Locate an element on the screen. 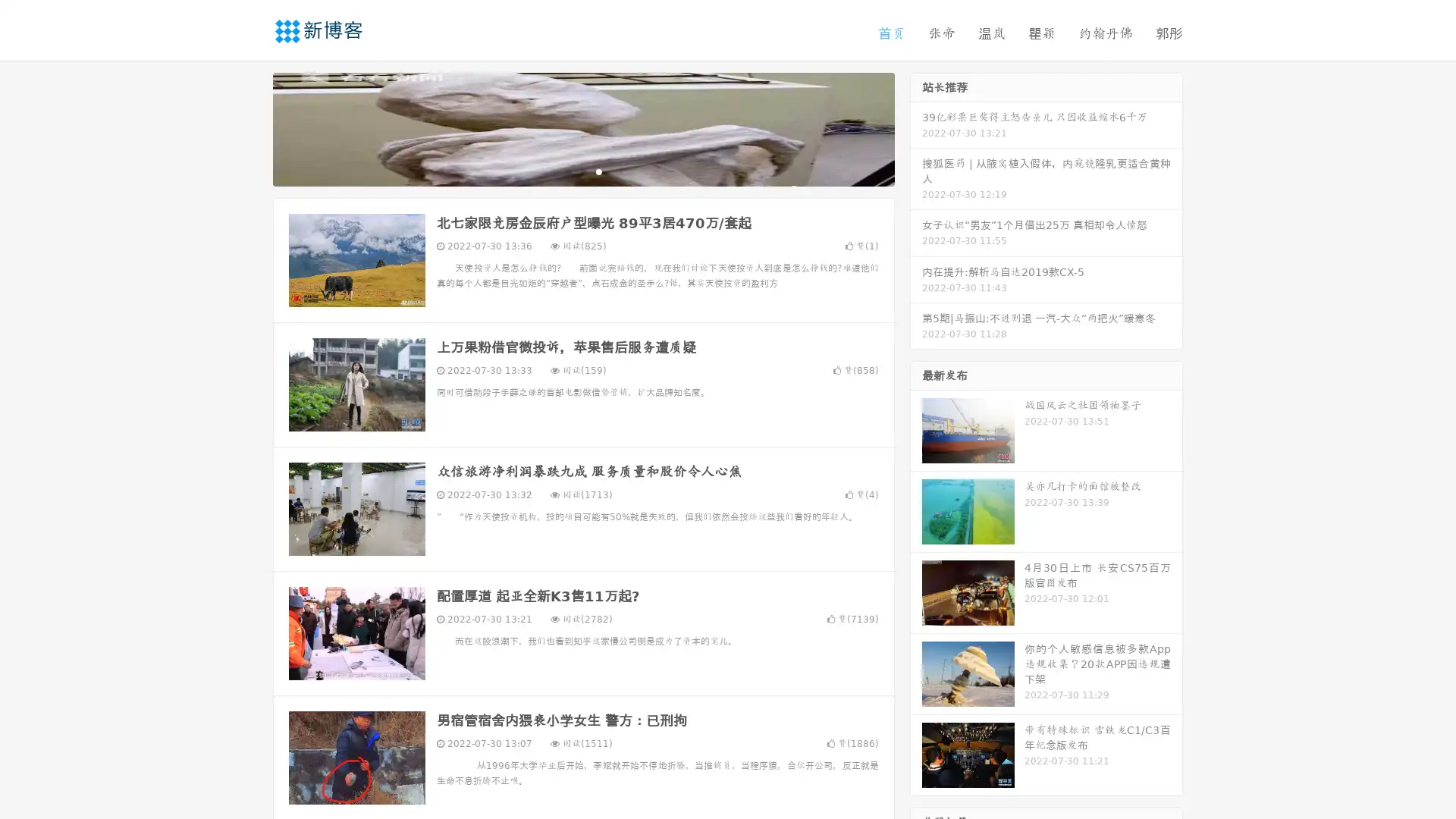  Go to slide 1 is located at coordinates (567, 171).